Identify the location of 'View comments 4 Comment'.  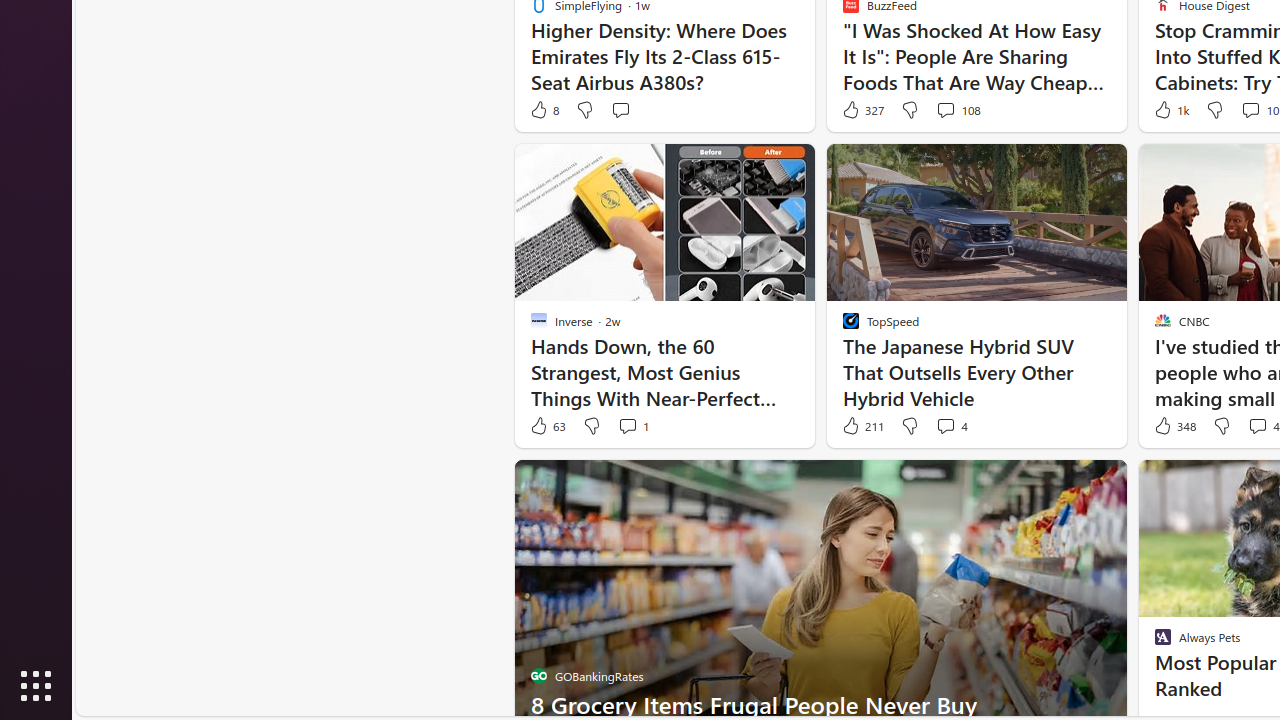
(944, 425).